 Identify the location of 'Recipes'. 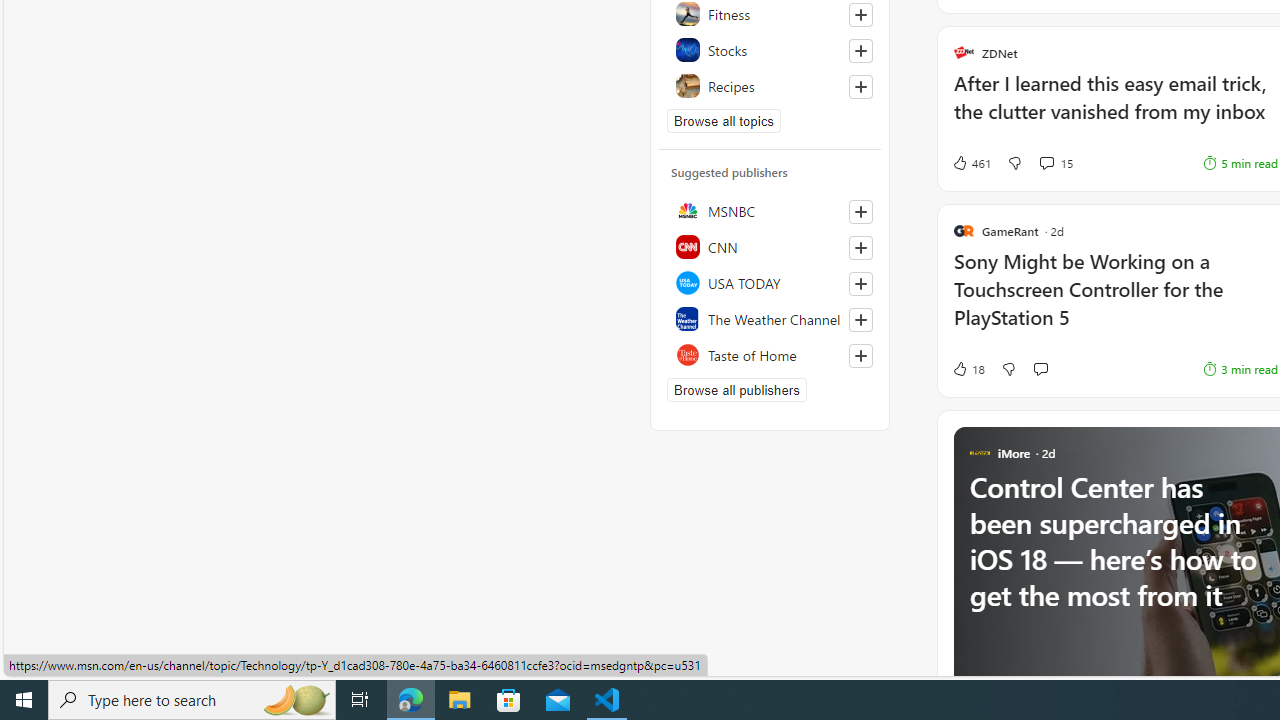
(769, 85).